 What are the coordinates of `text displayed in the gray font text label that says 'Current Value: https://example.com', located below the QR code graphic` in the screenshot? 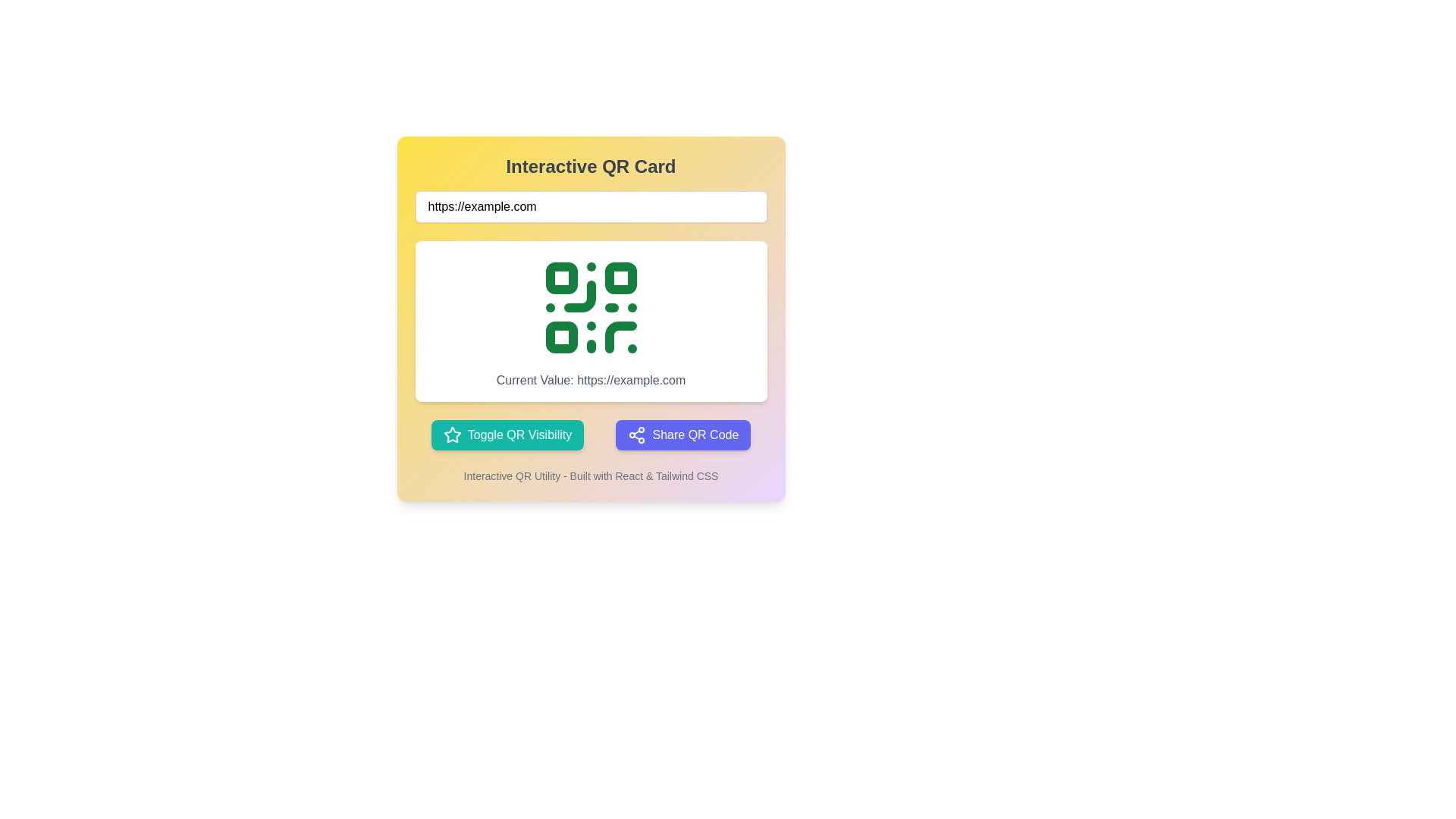 It's located at (590, 379).